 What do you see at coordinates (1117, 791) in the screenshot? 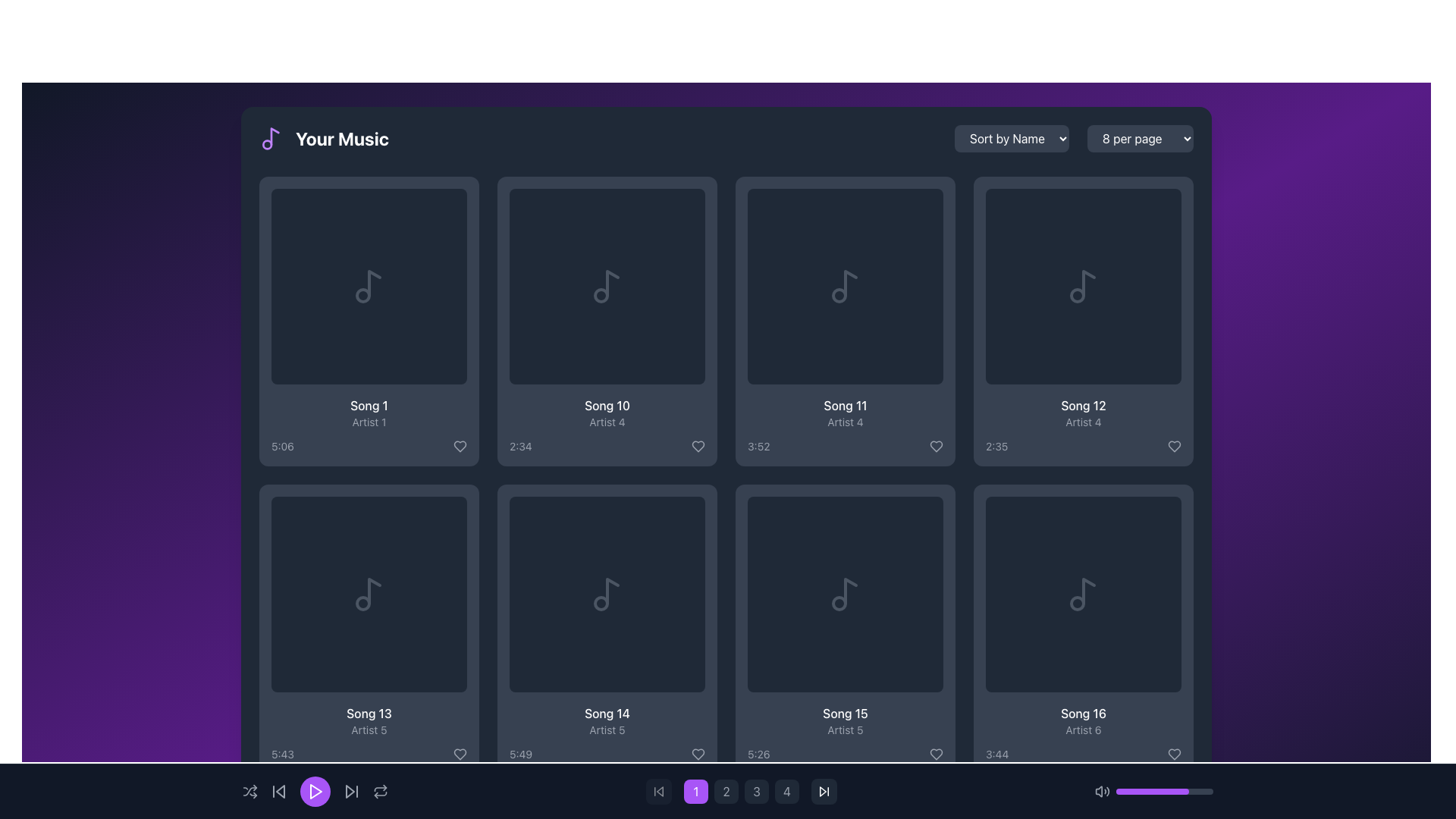
I see `the volume` at bounding box center [1117, 791].